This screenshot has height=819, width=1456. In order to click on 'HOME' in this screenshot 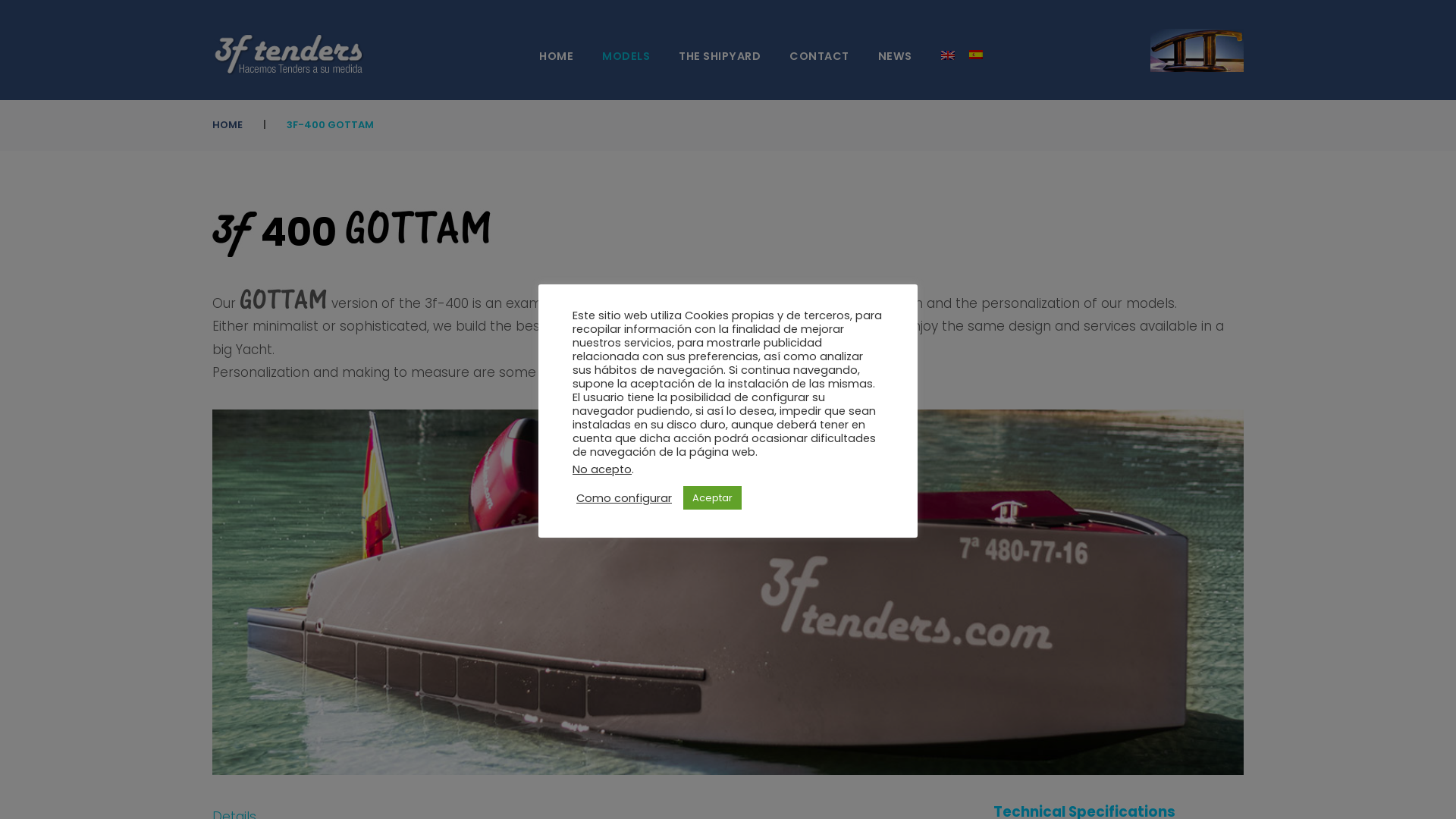, I will do `click(555, 57)`.